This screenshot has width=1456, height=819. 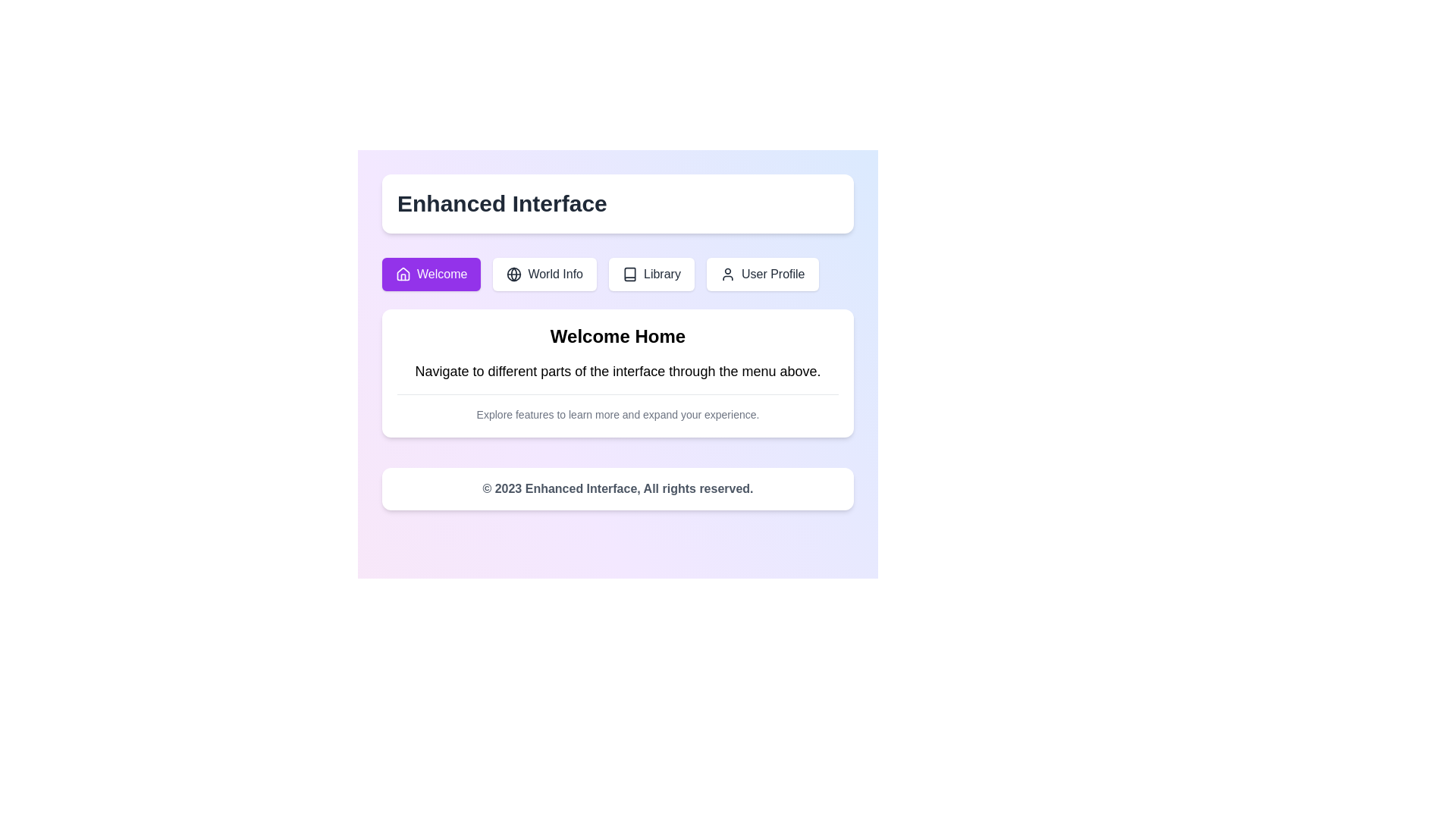 I want to click on the SVG book icon located to the left of the 'Library' text label in the interactive menu section of the web interface, so click(x=629, y=274).